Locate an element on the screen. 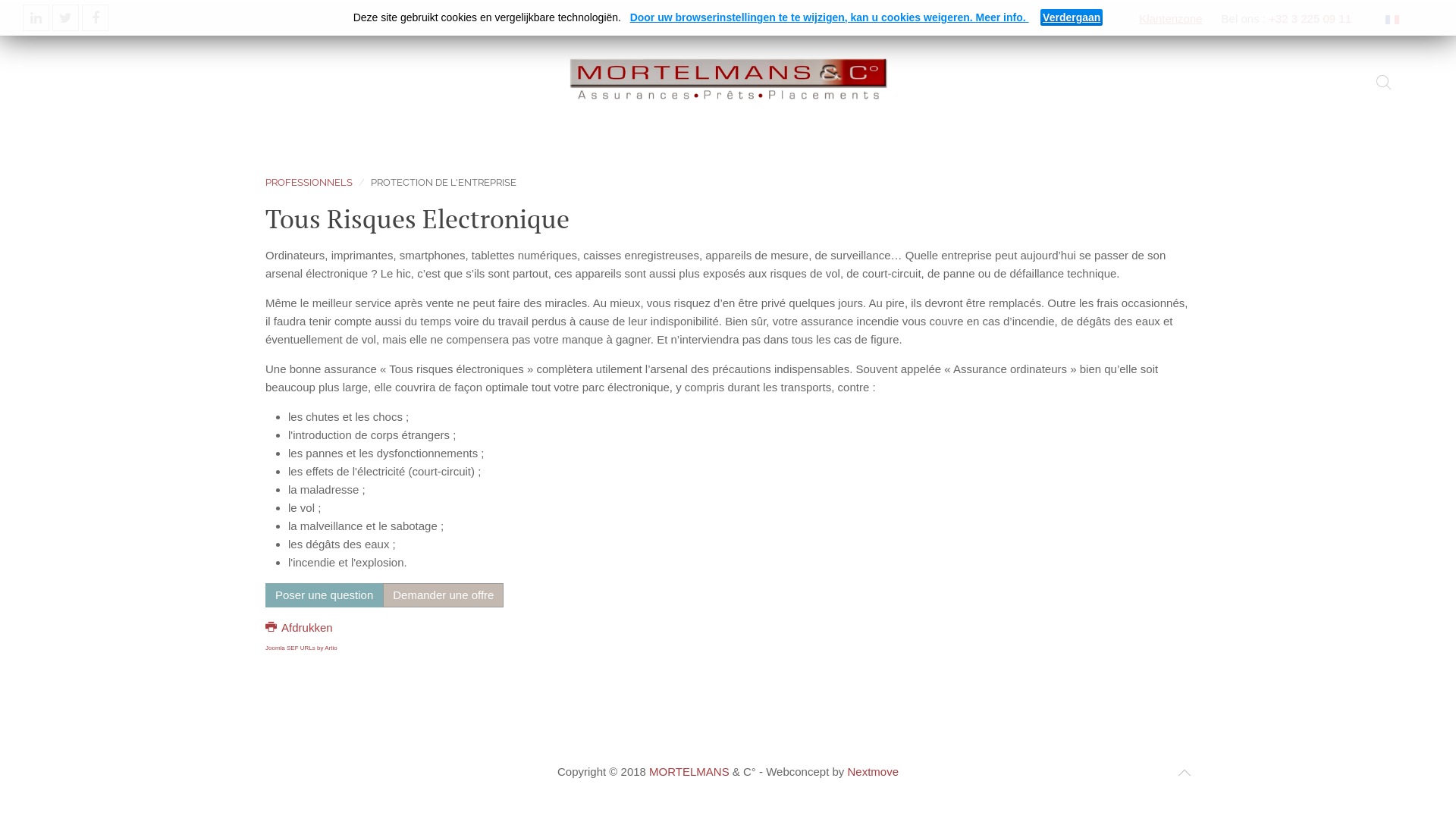 The width and height of the screenshot is (1456, 819). 'MORTELMANS' is located at coordinates (688, 771).